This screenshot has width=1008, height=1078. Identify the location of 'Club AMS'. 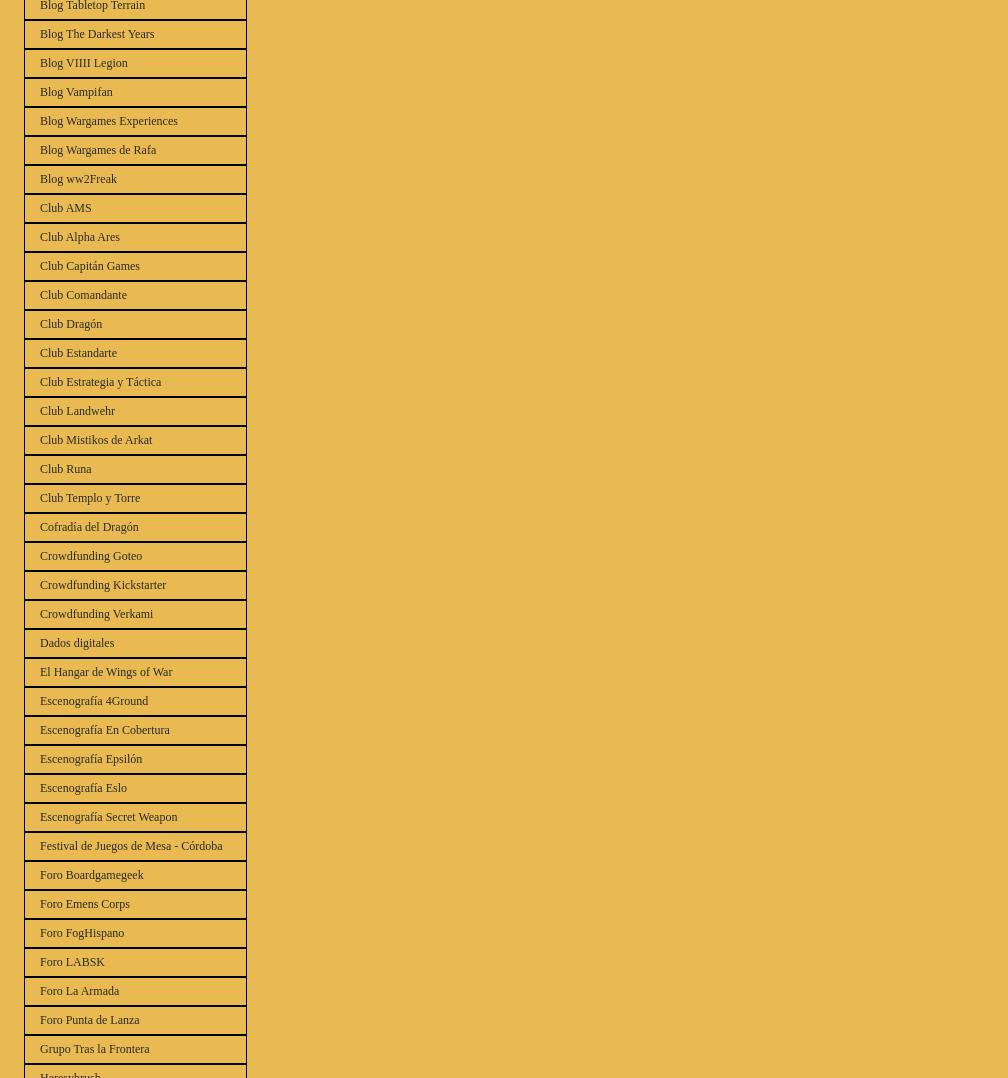
(65, 207).